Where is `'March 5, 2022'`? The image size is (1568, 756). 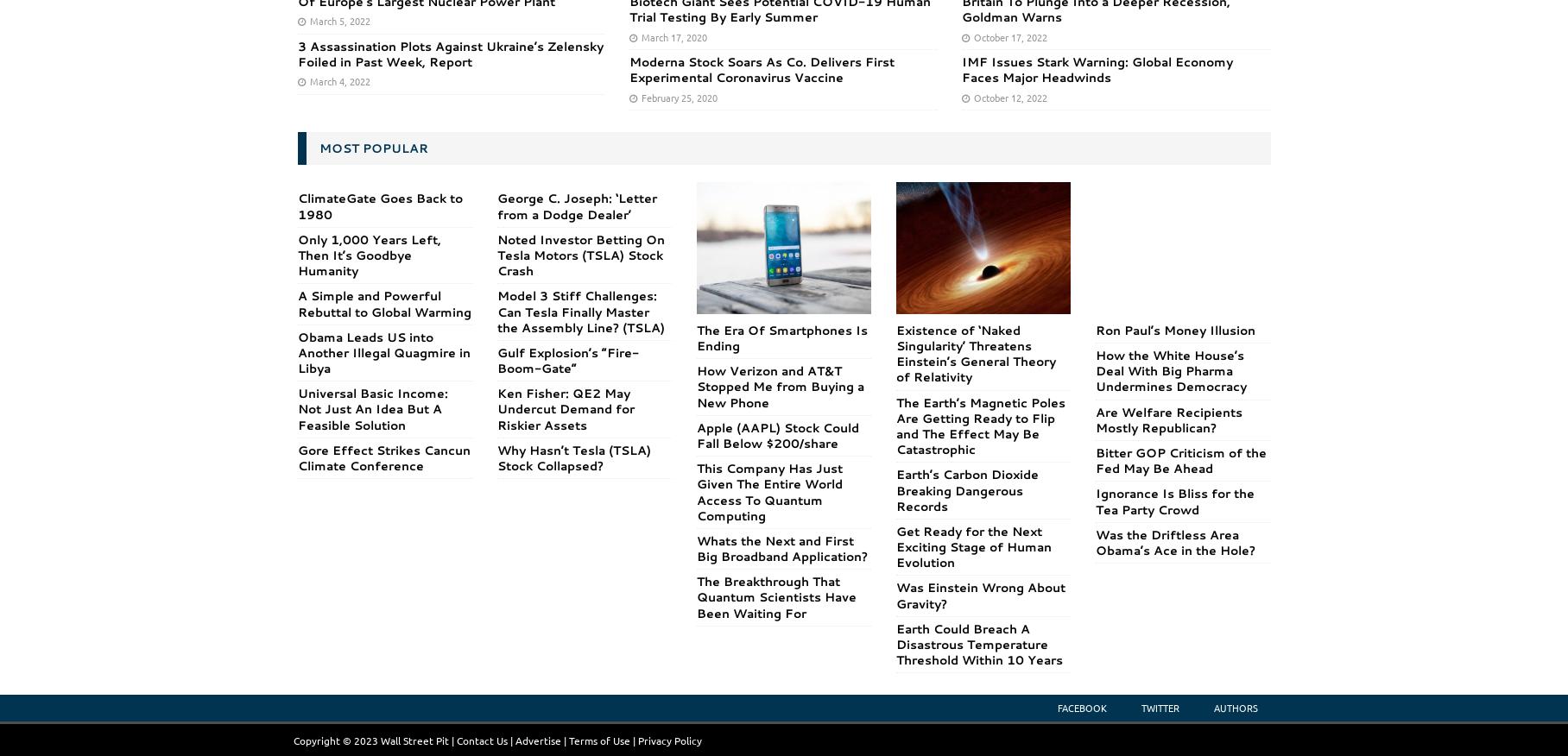 'March 5, 2022' is located at coordinates (338, 20).